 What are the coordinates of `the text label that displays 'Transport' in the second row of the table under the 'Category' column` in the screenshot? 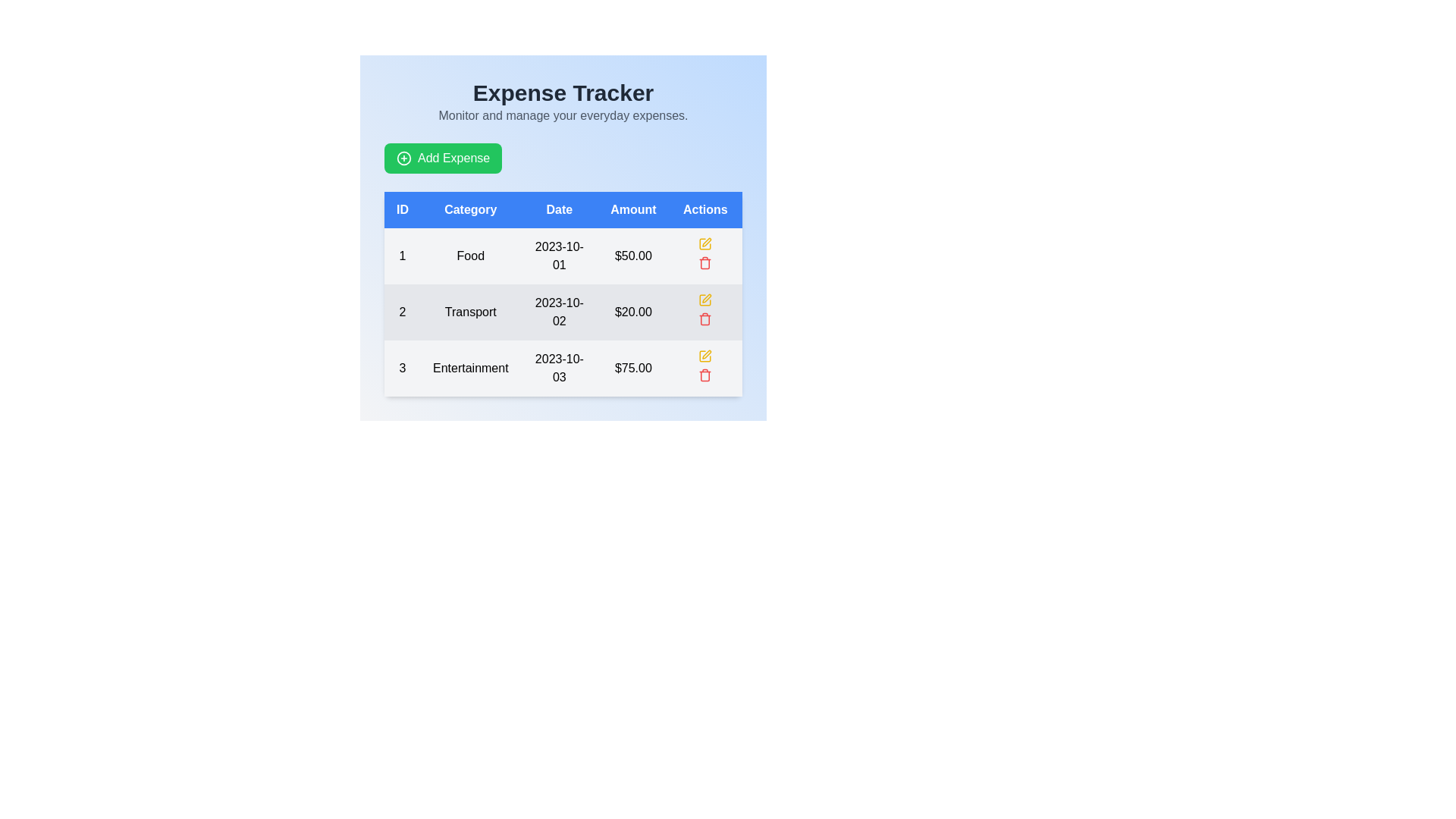 It's located at (469, 312).